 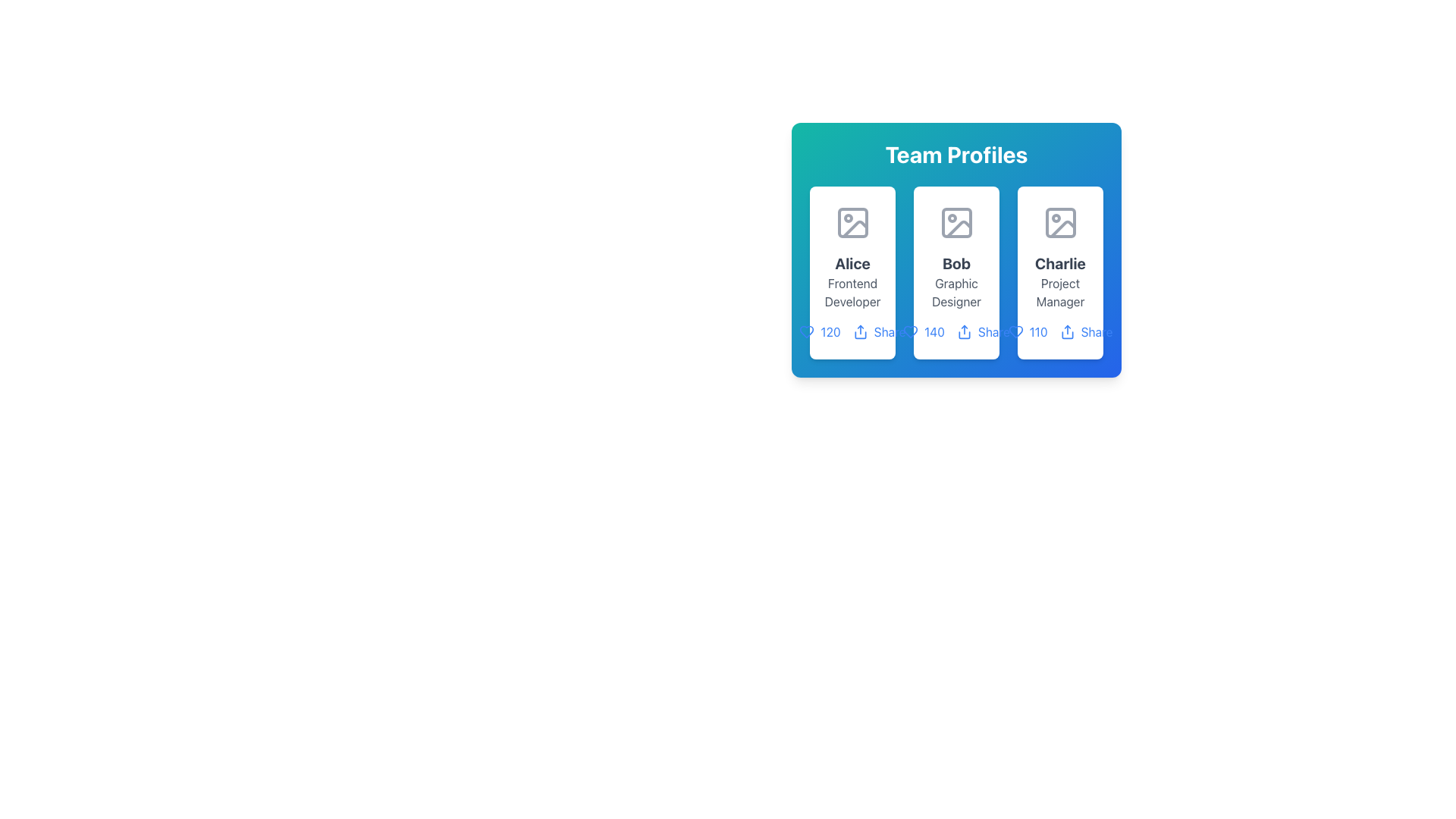 What do you see at coordinates (923, 331) in the screenshot?
I see `the like count indicator located directly under the profile labeled 'Bob' in the middle card of the section` at bounding box center [923, 331].